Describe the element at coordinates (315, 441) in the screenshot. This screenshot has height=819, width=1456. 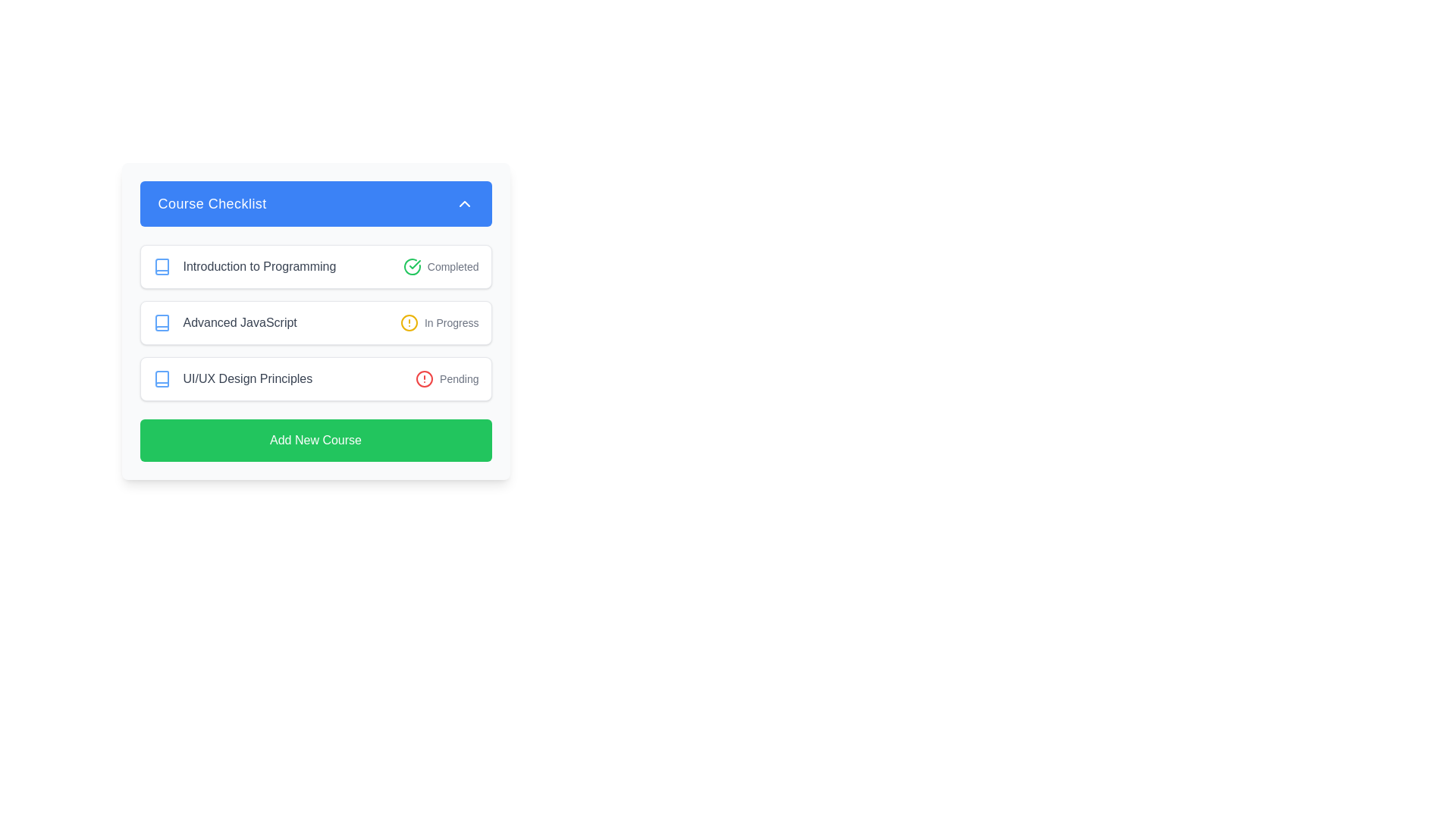
I see `the button located at the bottom of the checklist card that initiates the process` at that location.